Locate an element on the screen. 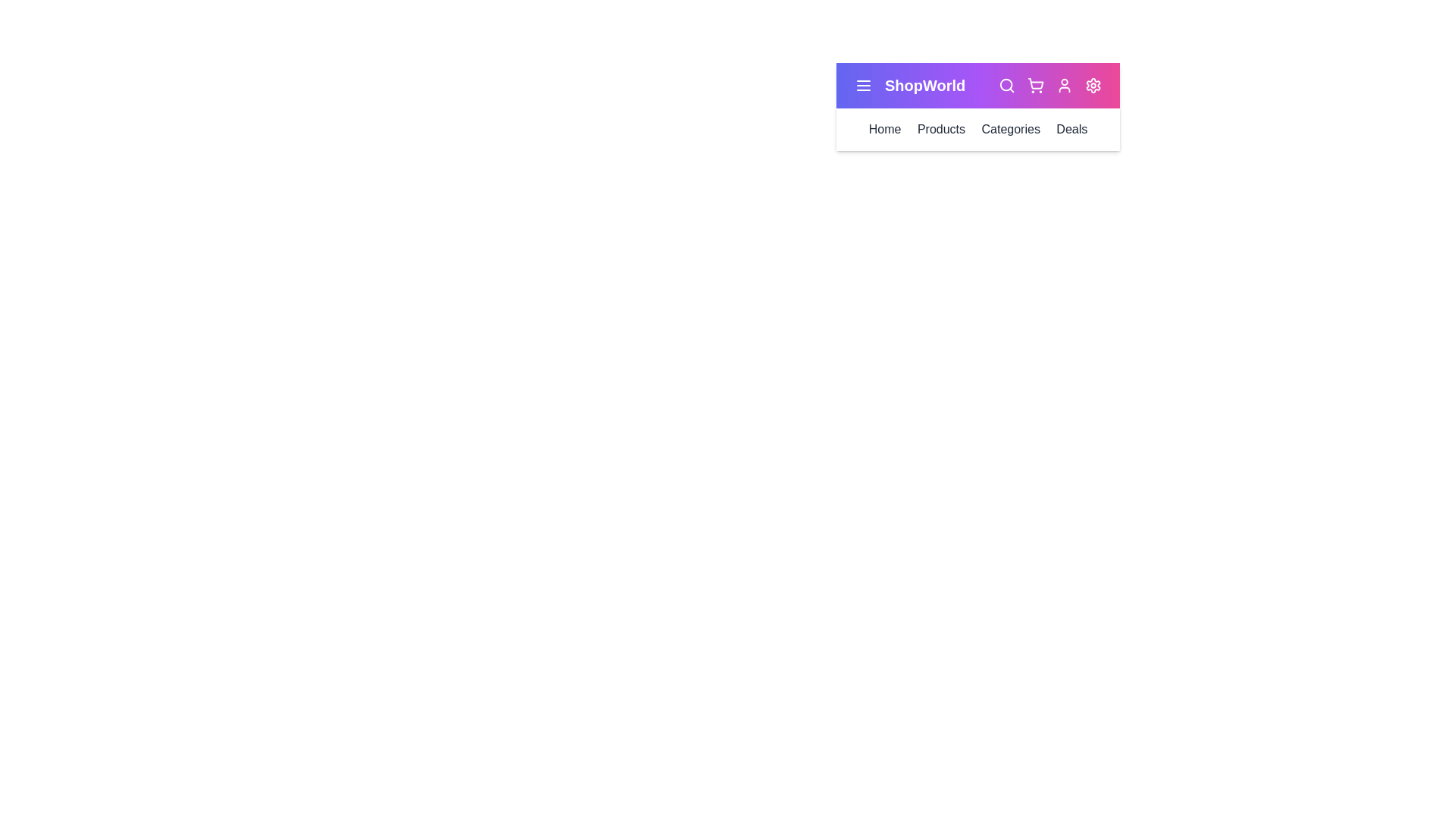  the navigation menu item Products to navigate to the respective section is located at coordinates (940, 128).